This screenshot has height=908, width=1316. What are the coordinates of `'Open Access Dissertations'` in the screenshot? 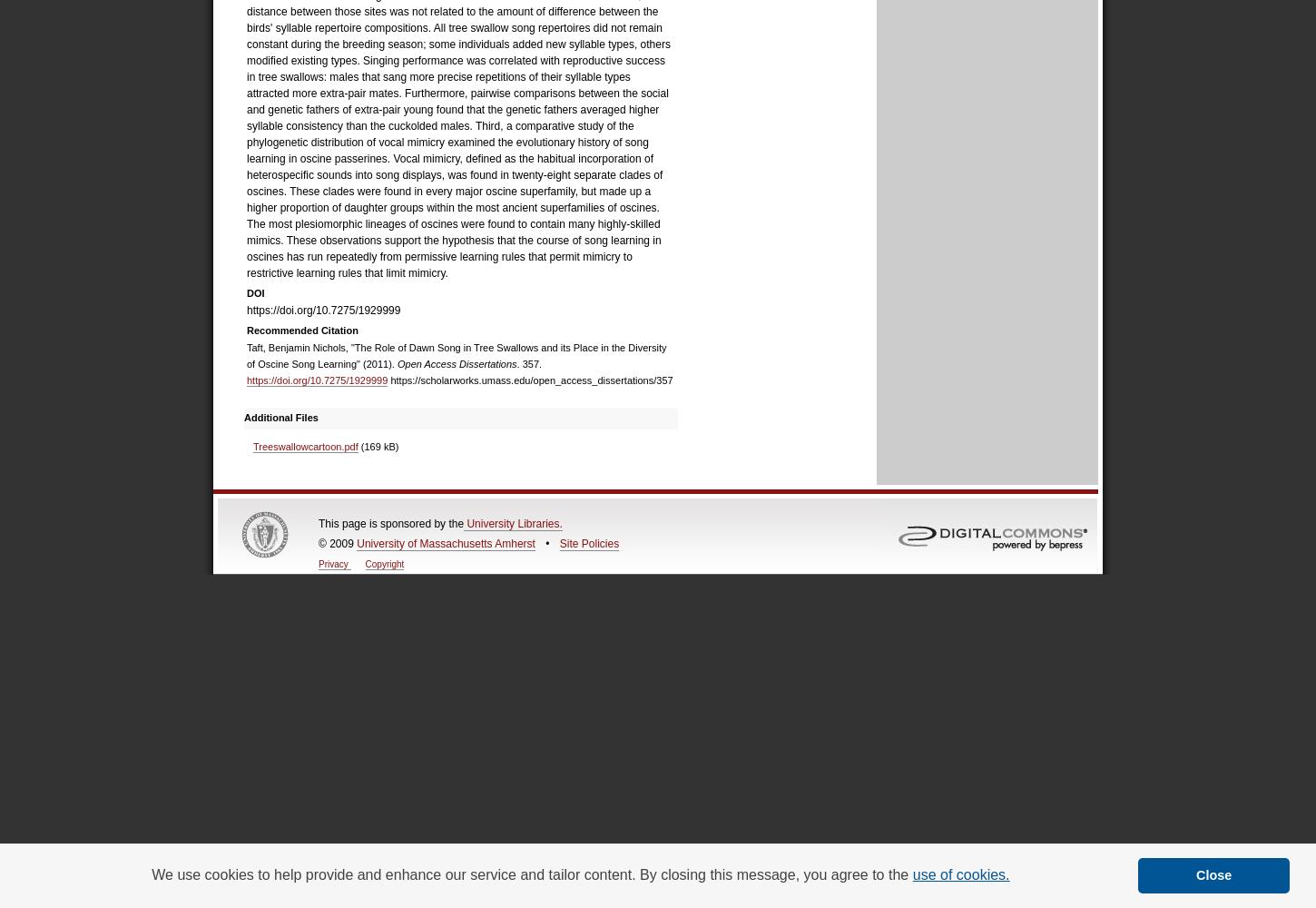 It's located at (457, 364).